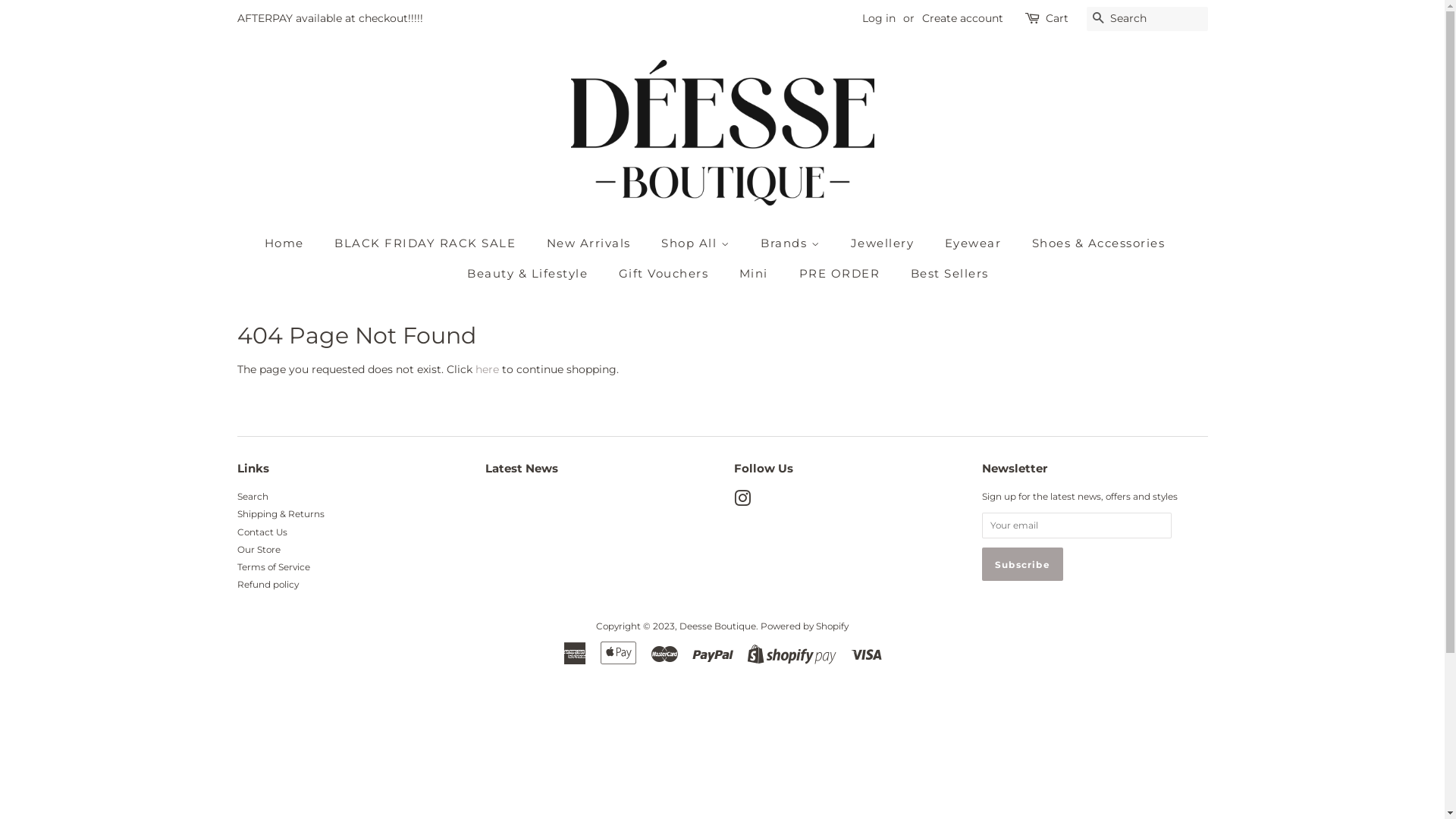 The image size is (1456, 819). I want to click on 'Latest News', so click(521, 467).